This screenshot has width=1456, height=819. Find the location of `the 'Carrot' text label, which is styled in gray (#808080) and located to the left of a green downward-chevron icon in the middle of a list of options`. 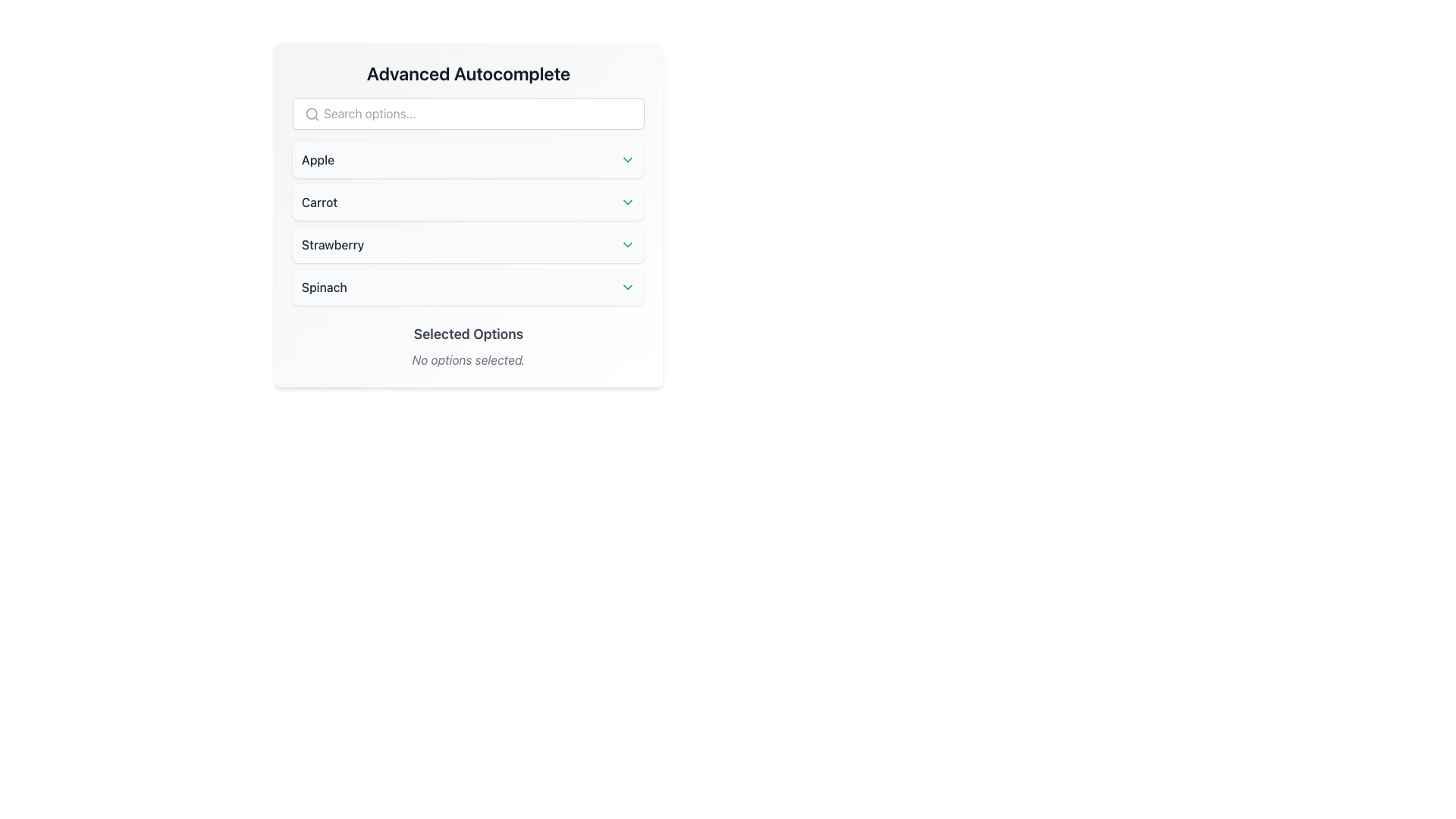

the 'Carrot' text label, which is styled in gray (#808080) and located to the left of a green downward-chevron icon in the middle of a list of options is located at coordinates (318, 201).